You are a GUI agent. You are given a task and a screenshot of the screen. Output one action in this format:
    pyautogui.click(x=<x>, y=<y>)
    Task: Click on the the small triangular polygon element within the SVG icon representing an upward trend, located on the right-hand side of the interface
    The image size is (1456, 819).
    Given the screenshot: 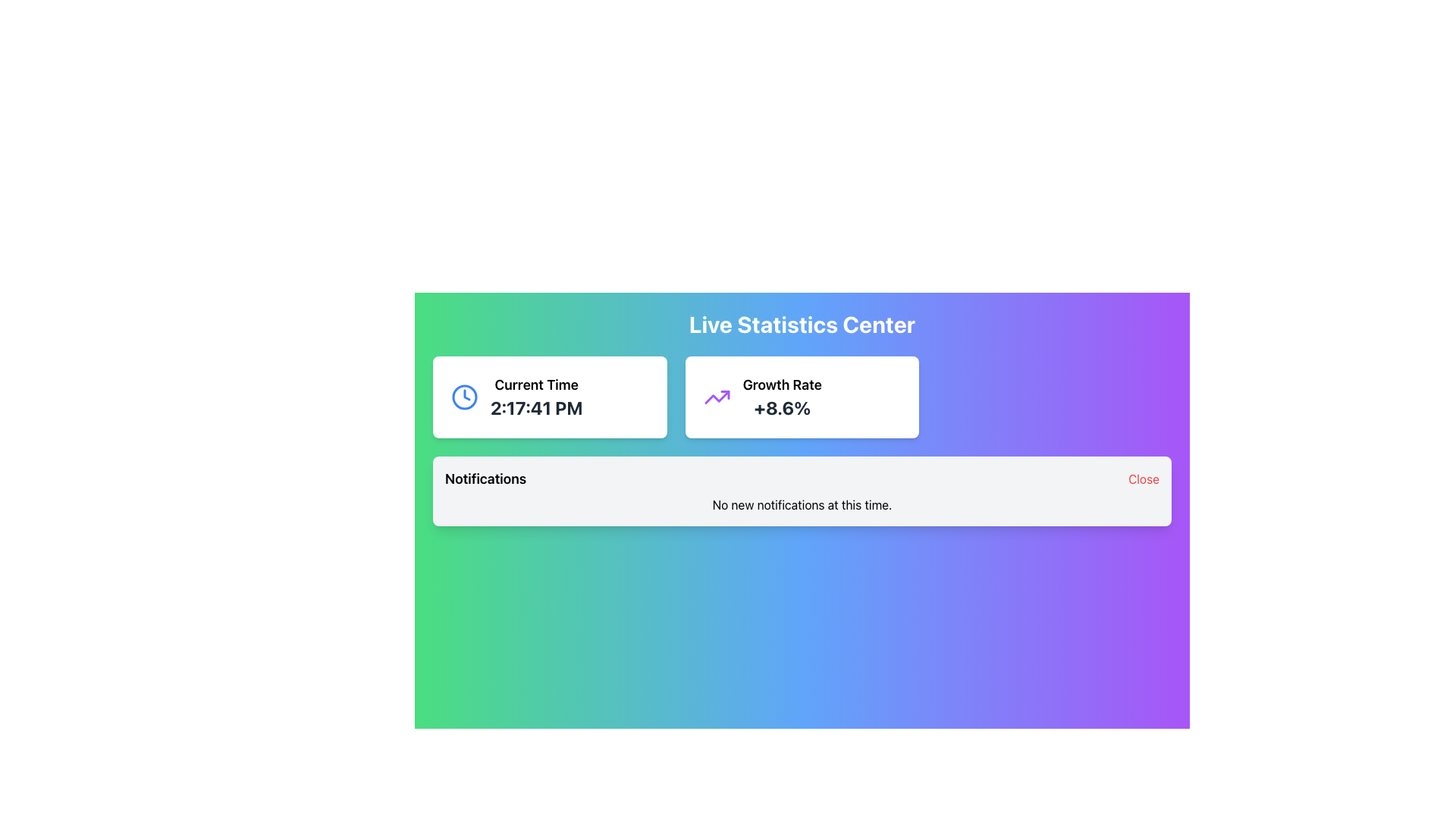 What is the action you would take?
    pyautogui.click(x=724, y=394)
    